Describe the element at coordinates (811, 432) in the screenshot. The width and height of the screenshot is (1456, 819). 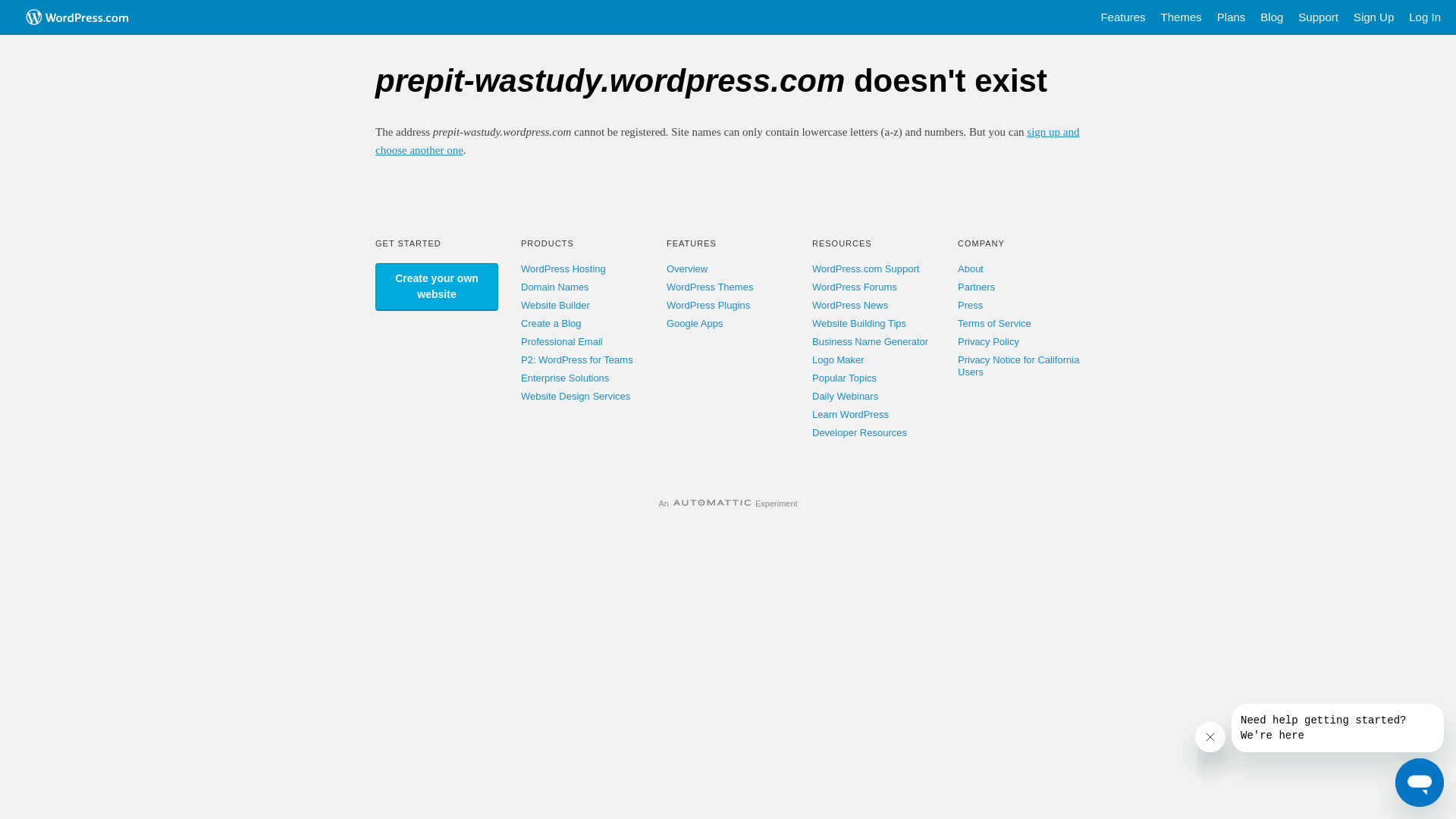
I see `'Developer Resources'` at that location.